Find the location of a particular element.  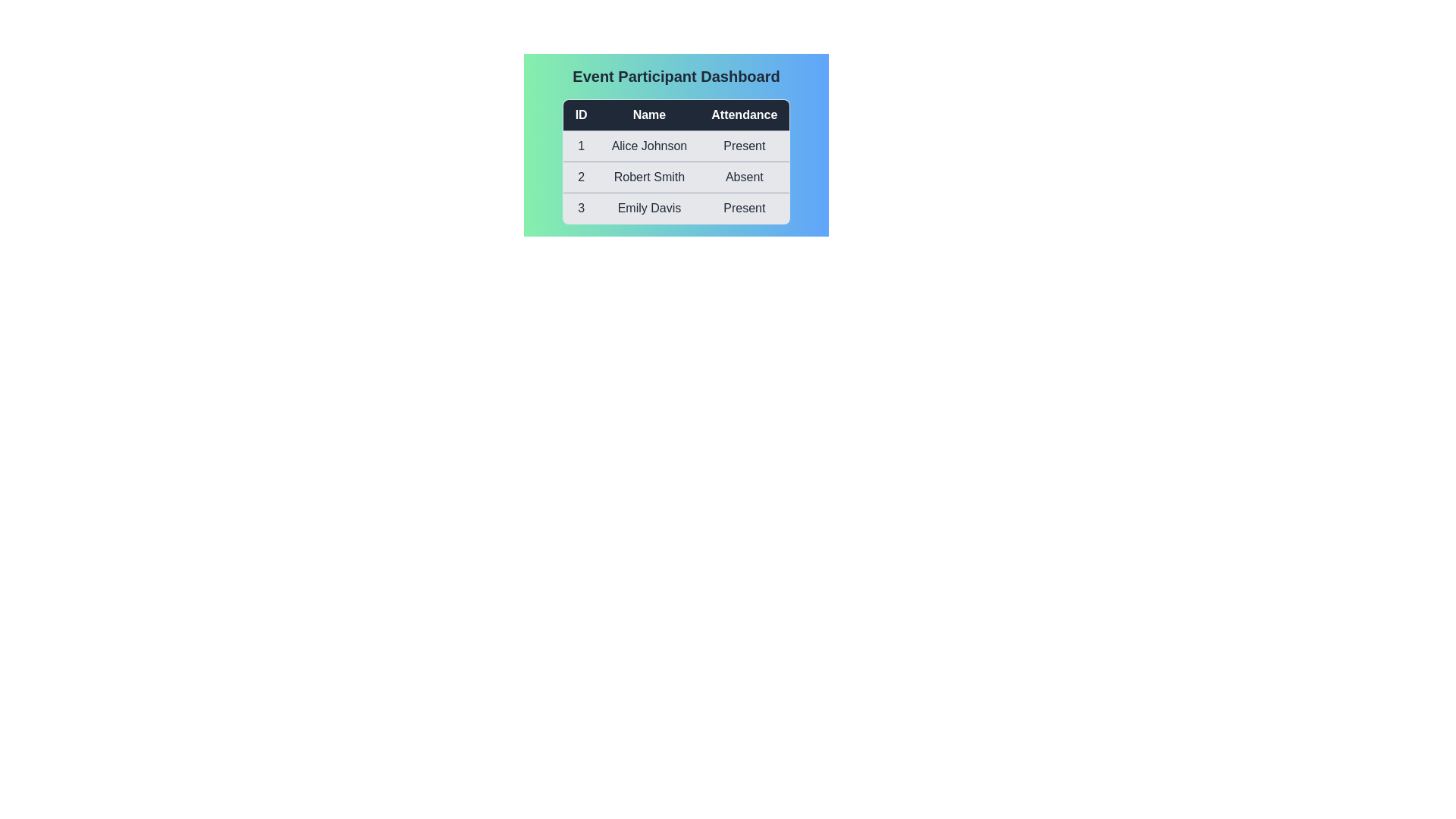

'ID' label in the table header to understand the column purpose, which is the first element in a row with 'Name' and 'Attendance' is located at coordinates (580, 114).